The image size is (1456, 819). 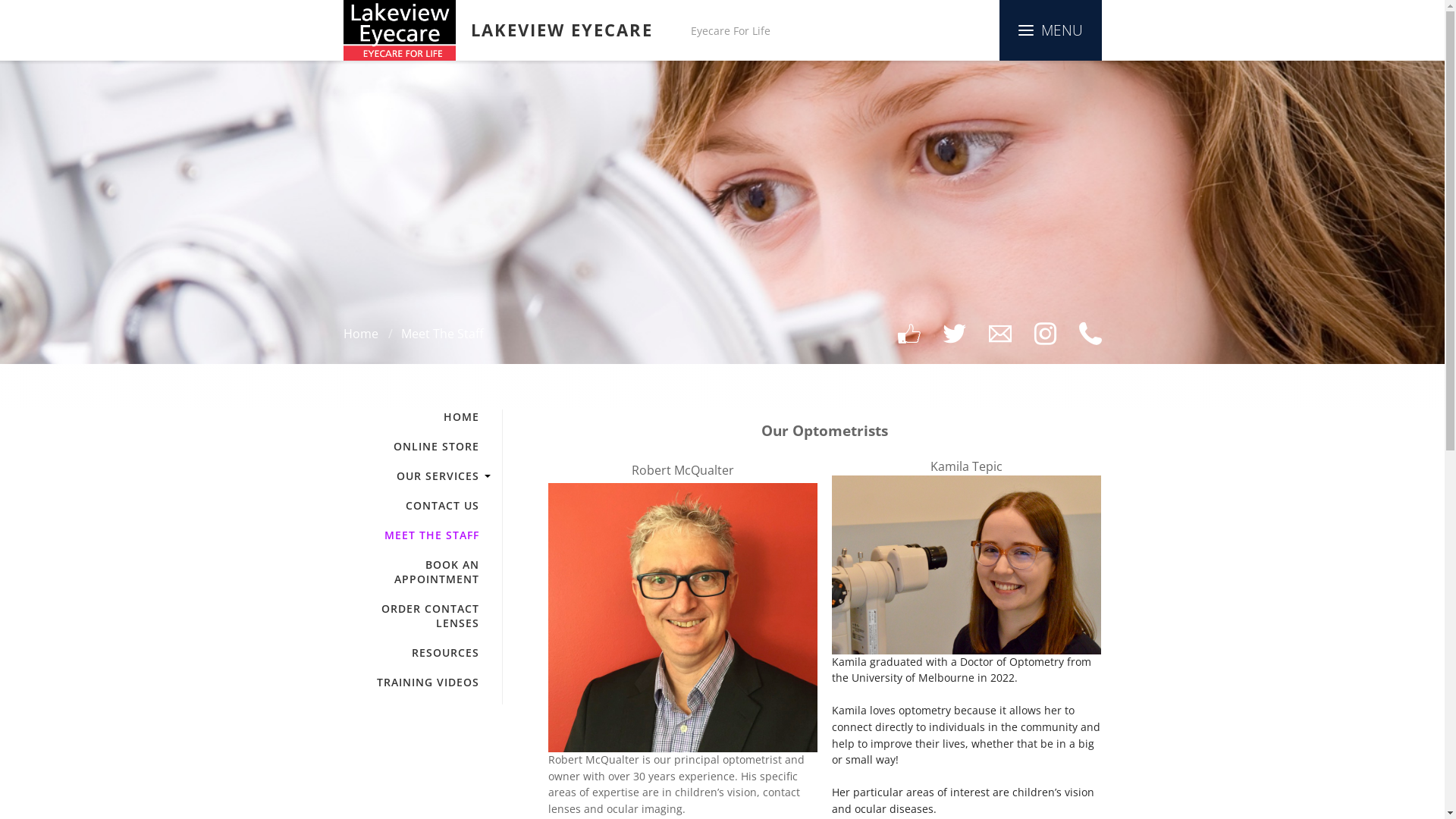 I want to click on 'OUR SERVICES', so click(x=341, y=475).